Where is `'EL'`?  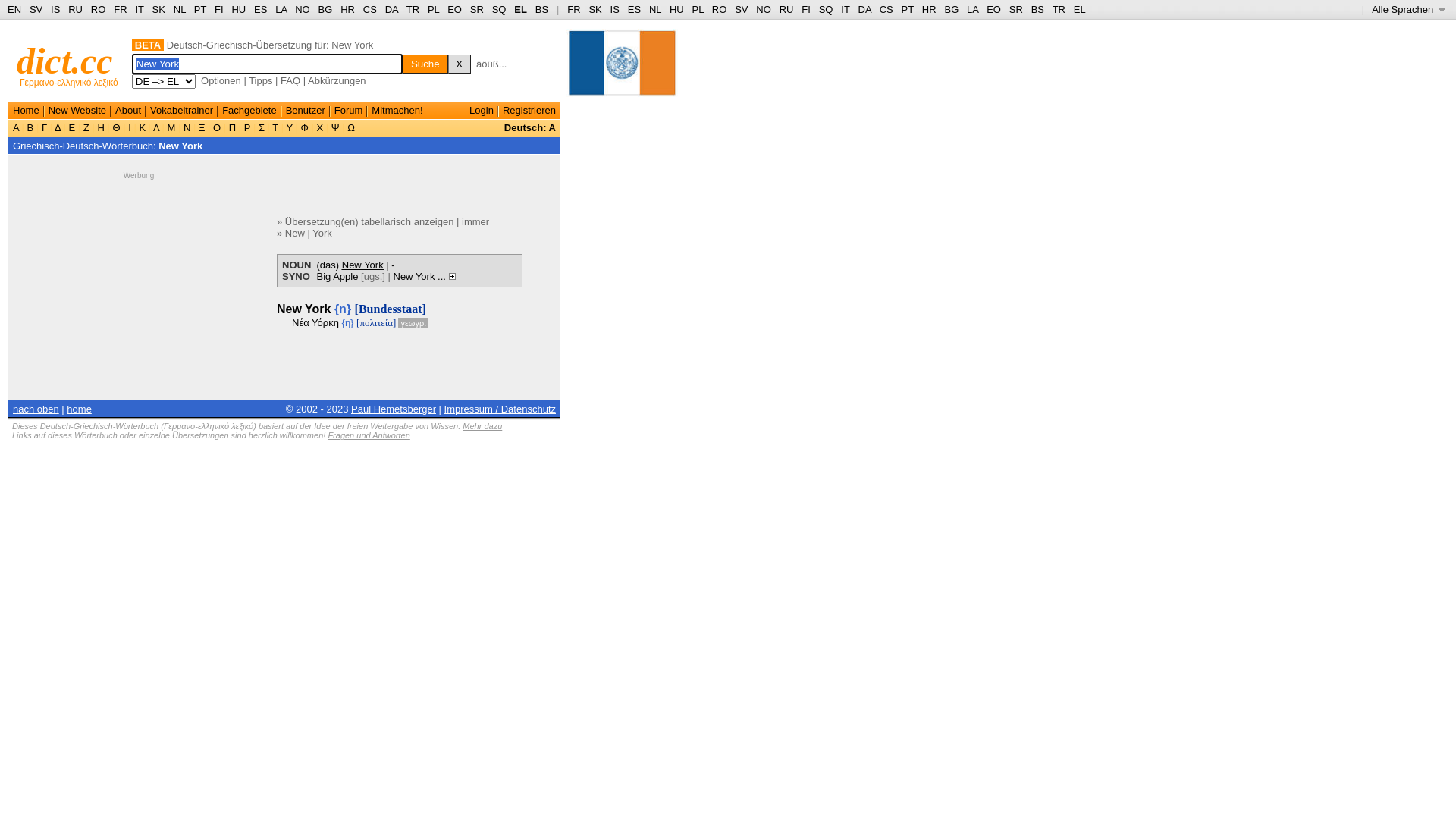
'EL' is located at coordinates (520, 9).